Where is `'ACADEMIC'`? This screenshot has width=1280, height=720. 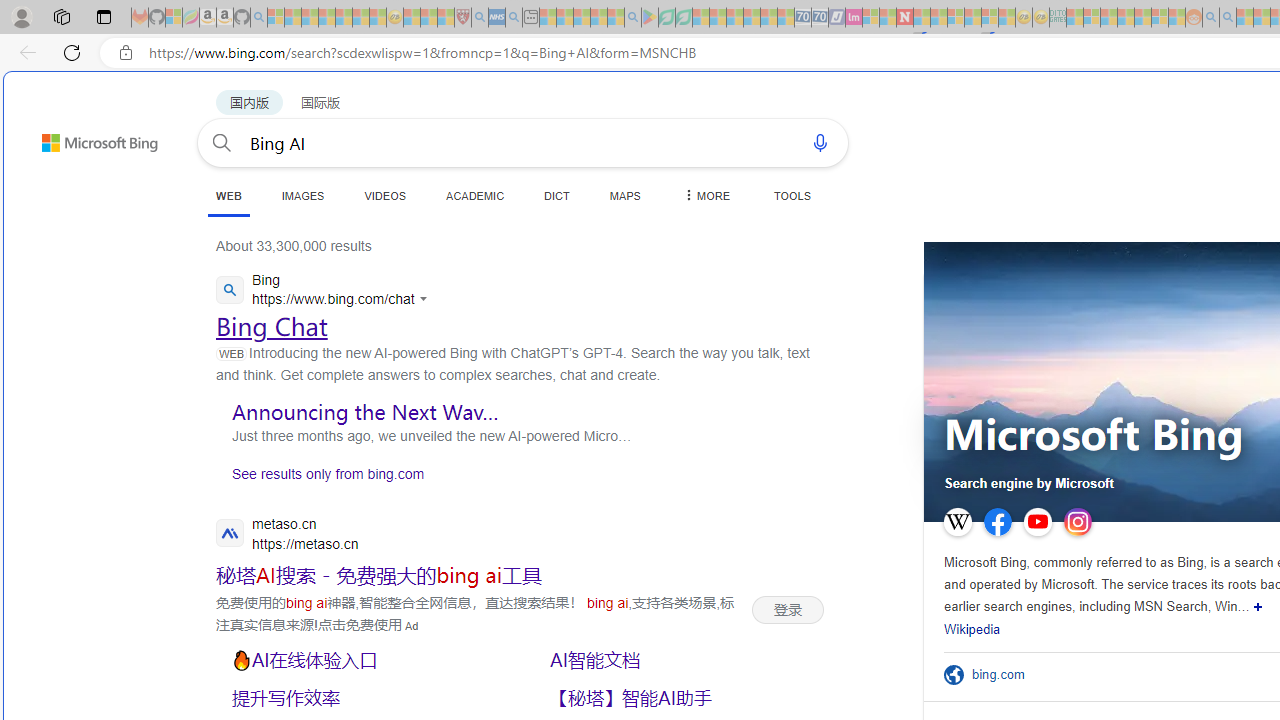 'ACADEMIC' is located at coordinates (474, 195).